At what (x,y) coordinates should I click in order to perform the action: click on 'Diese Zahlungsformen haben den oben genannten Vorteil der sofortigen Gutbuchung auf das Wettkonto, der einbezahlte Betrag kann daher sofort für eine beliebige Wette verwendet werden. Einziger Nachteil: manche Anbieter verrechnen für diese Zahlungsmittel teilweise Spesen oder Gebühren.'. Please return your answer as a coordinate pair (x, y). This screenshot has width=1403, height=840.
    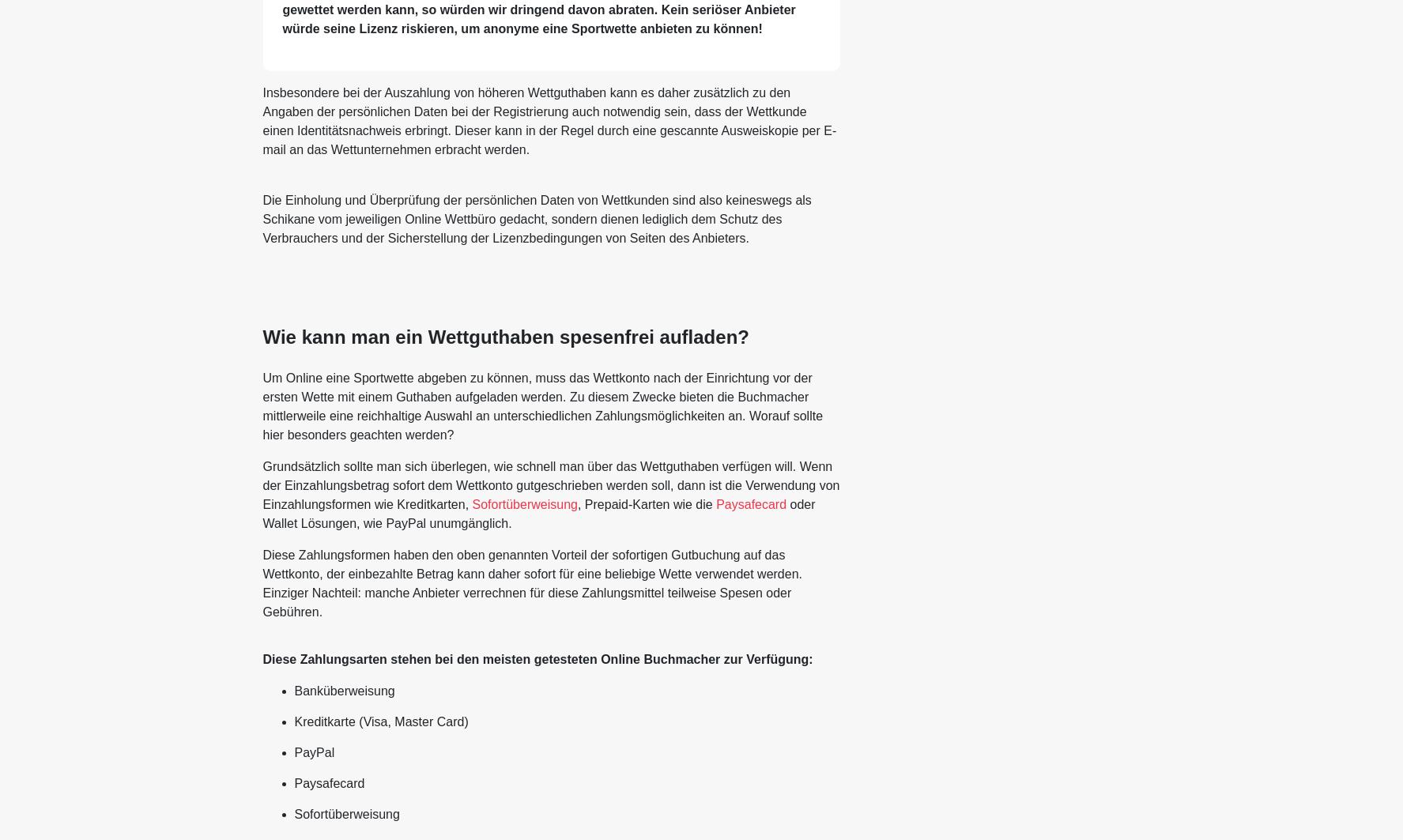
    Looking at the image, I should click on (531, 582).